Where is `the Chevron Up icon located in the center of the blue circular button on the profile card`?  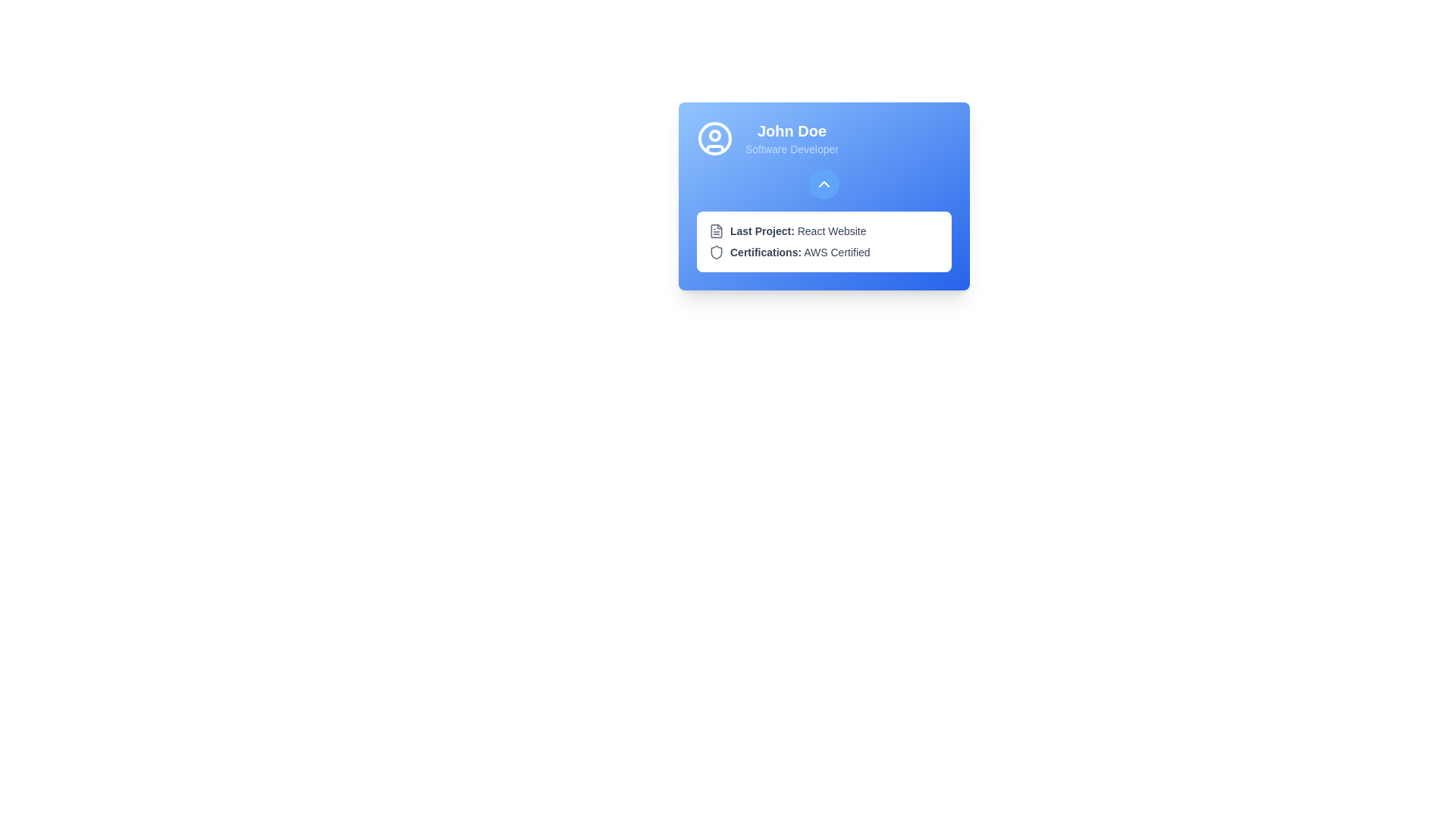 the Chevron Up icon located in the center of the blue circular button on the profile card is located at coordinates (823, 184).